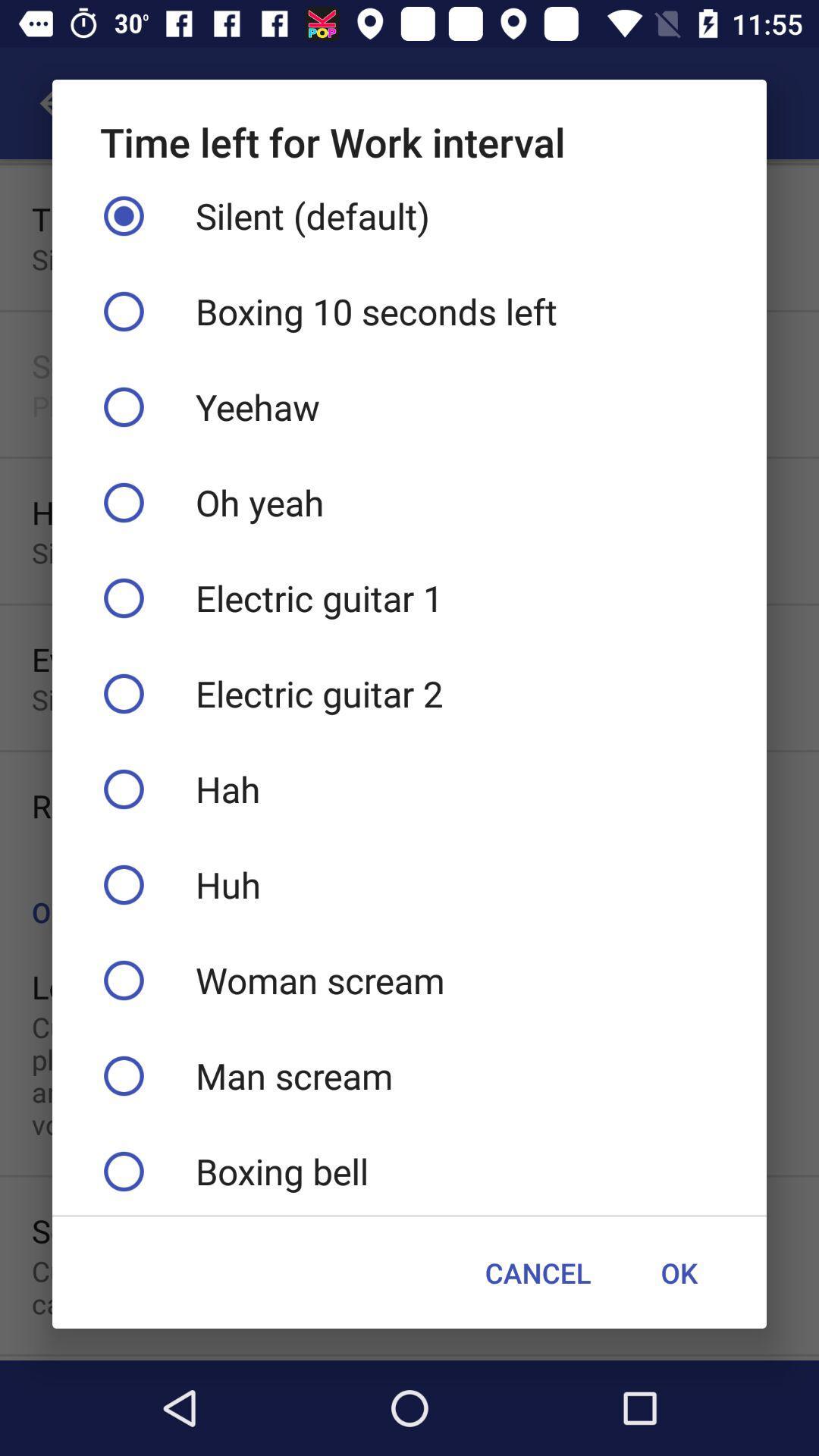 This screenshot has width=819, height=1456. I want to click on icon next to the ok item, so click(537, 1272).